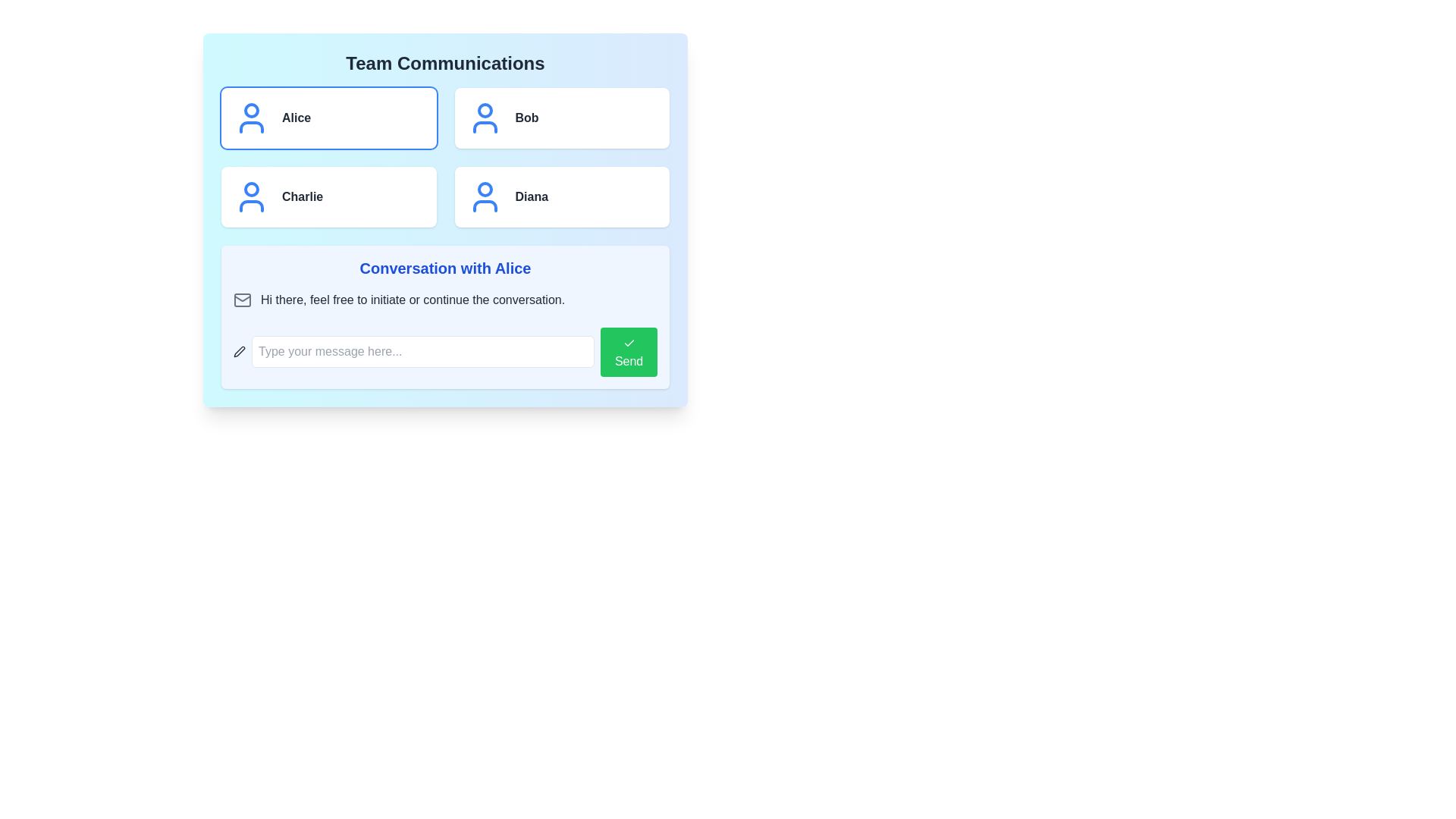 This screenshot has width=1456, height=819. I want to click on the text label displaying the name 'Diana' in bold, black text to highlight or select the associated entity, so click(532, 196).